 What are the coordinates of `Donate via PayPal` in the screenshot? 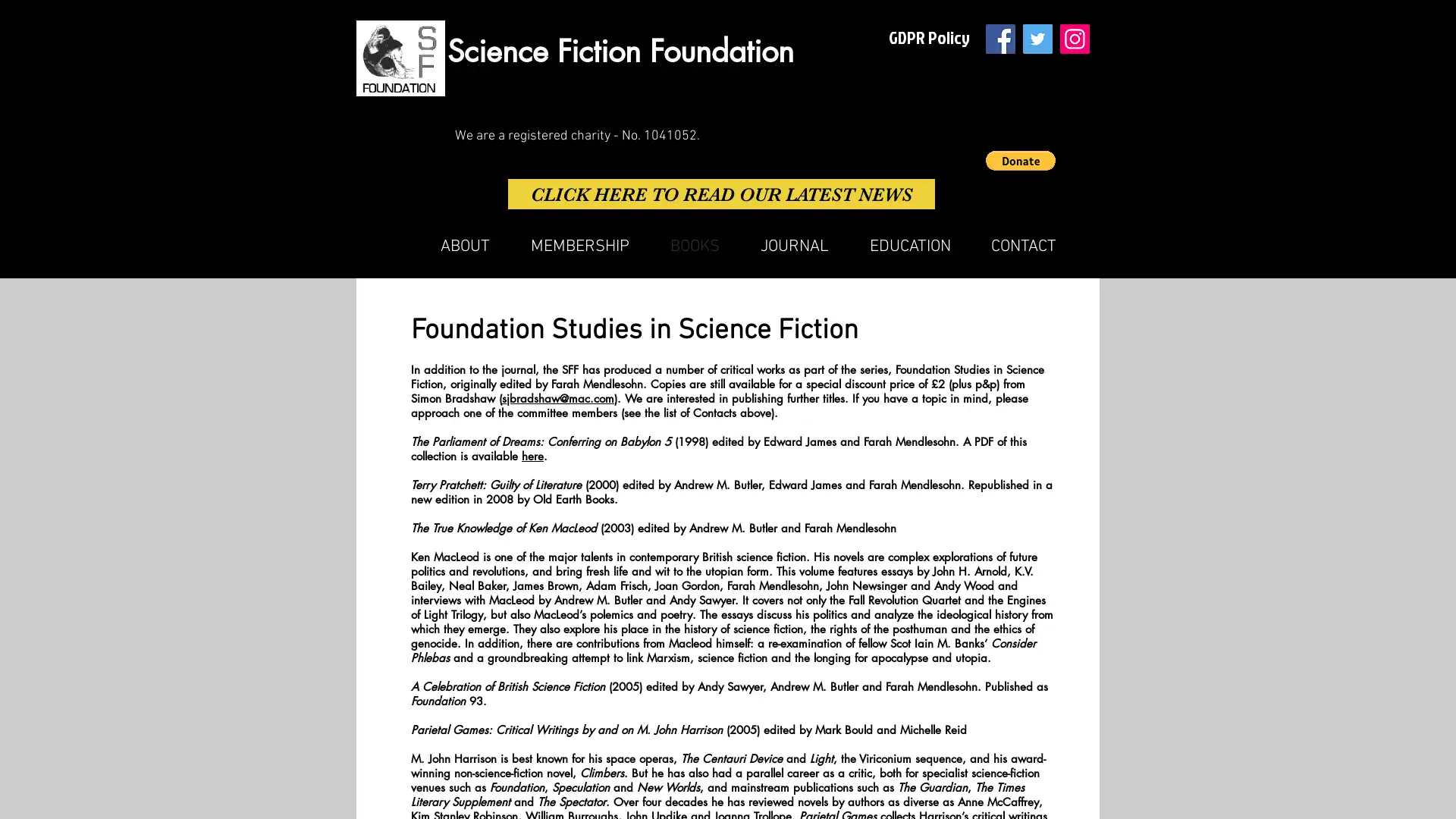 It's located at (1020, 161).